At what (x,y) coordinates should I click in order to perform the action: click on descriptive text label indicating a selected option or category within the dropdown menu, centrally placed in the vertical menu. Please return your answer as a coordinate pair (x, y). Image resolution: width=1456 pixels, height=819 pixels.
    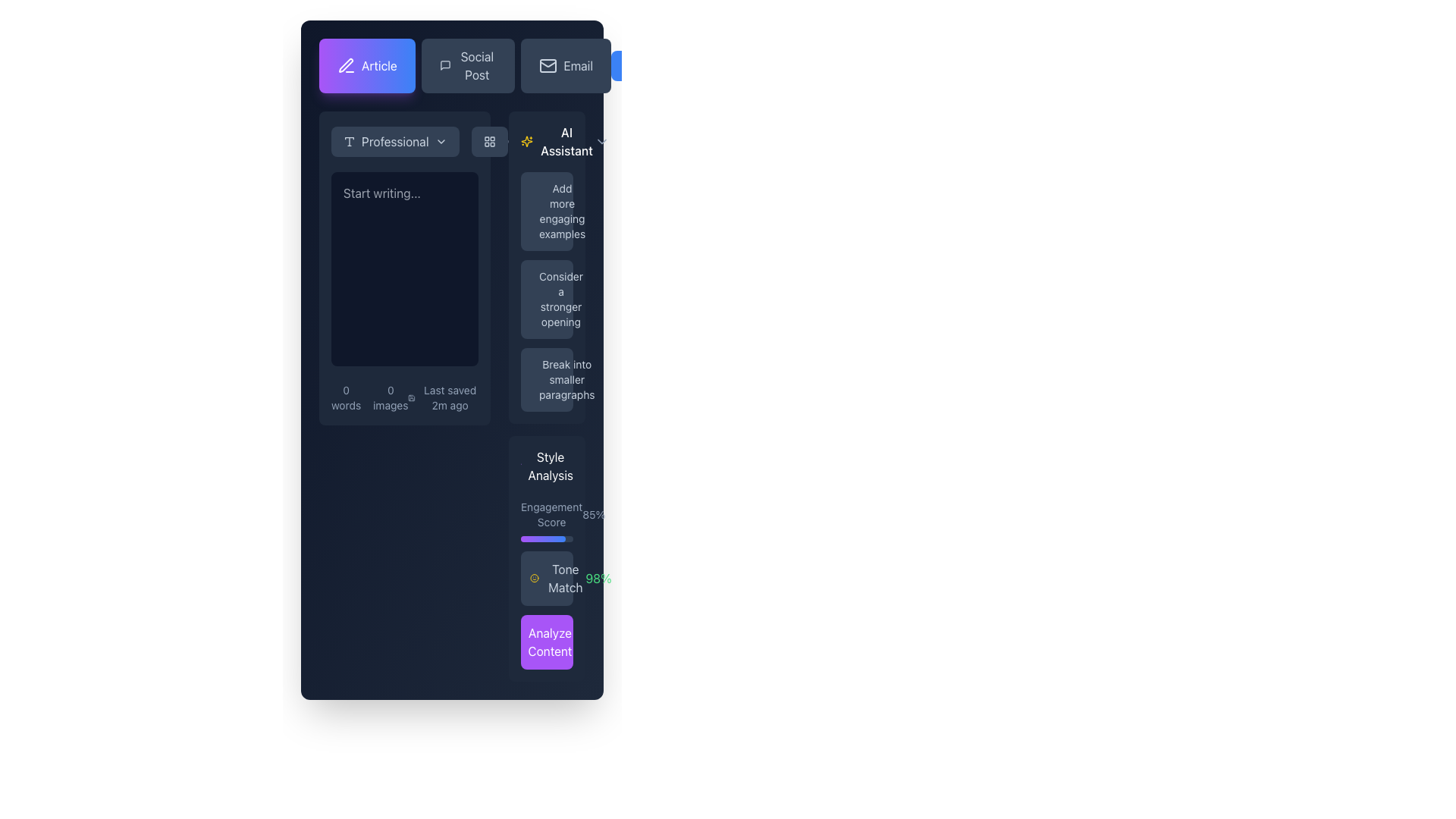
    Looking at the image, I should click on (395, 141).